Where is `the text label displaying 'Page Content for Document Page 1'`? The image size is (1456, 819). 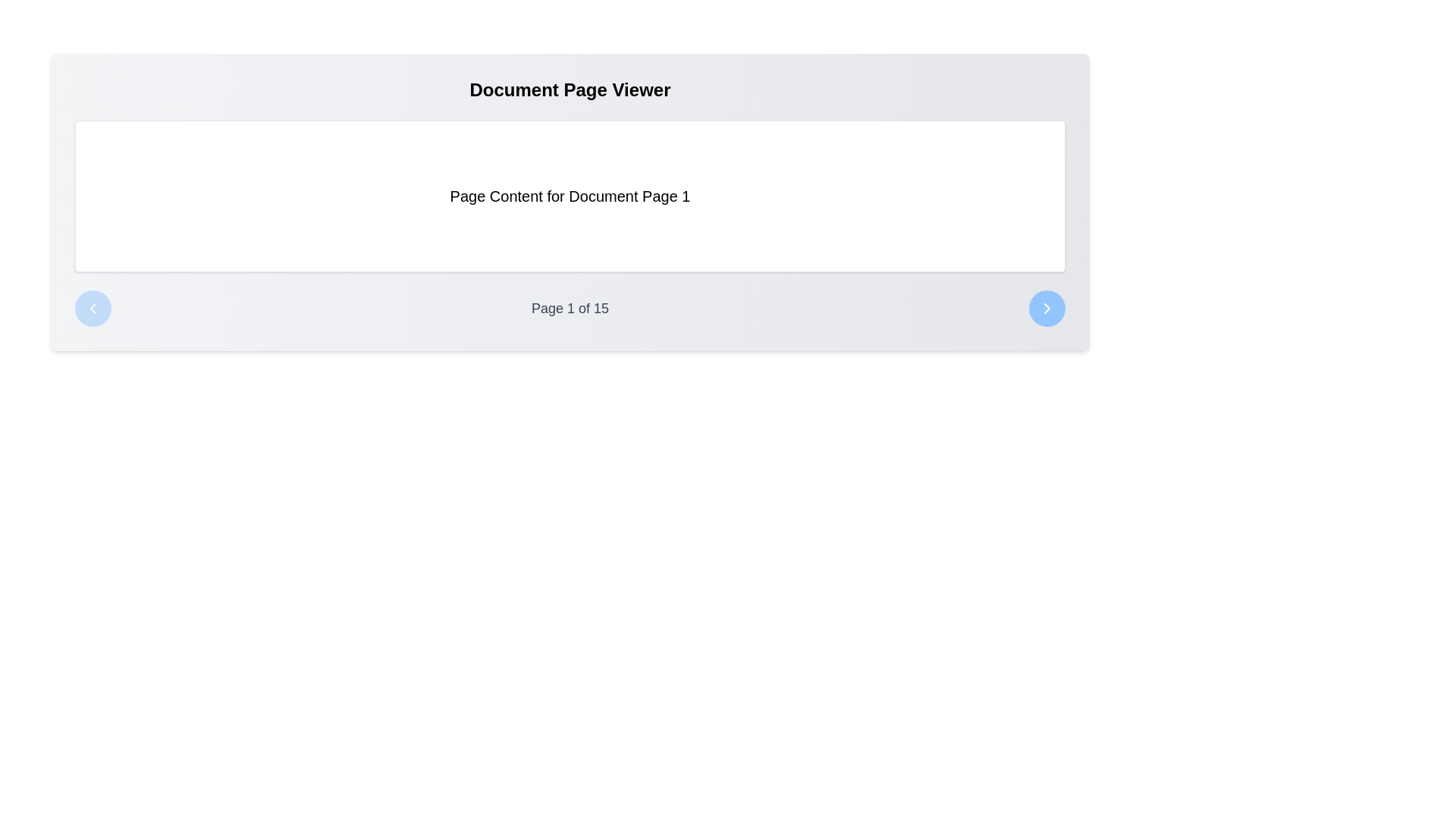 the text label displaying 'Page Content for Document Page 1' is located at coordinates (570, 195).